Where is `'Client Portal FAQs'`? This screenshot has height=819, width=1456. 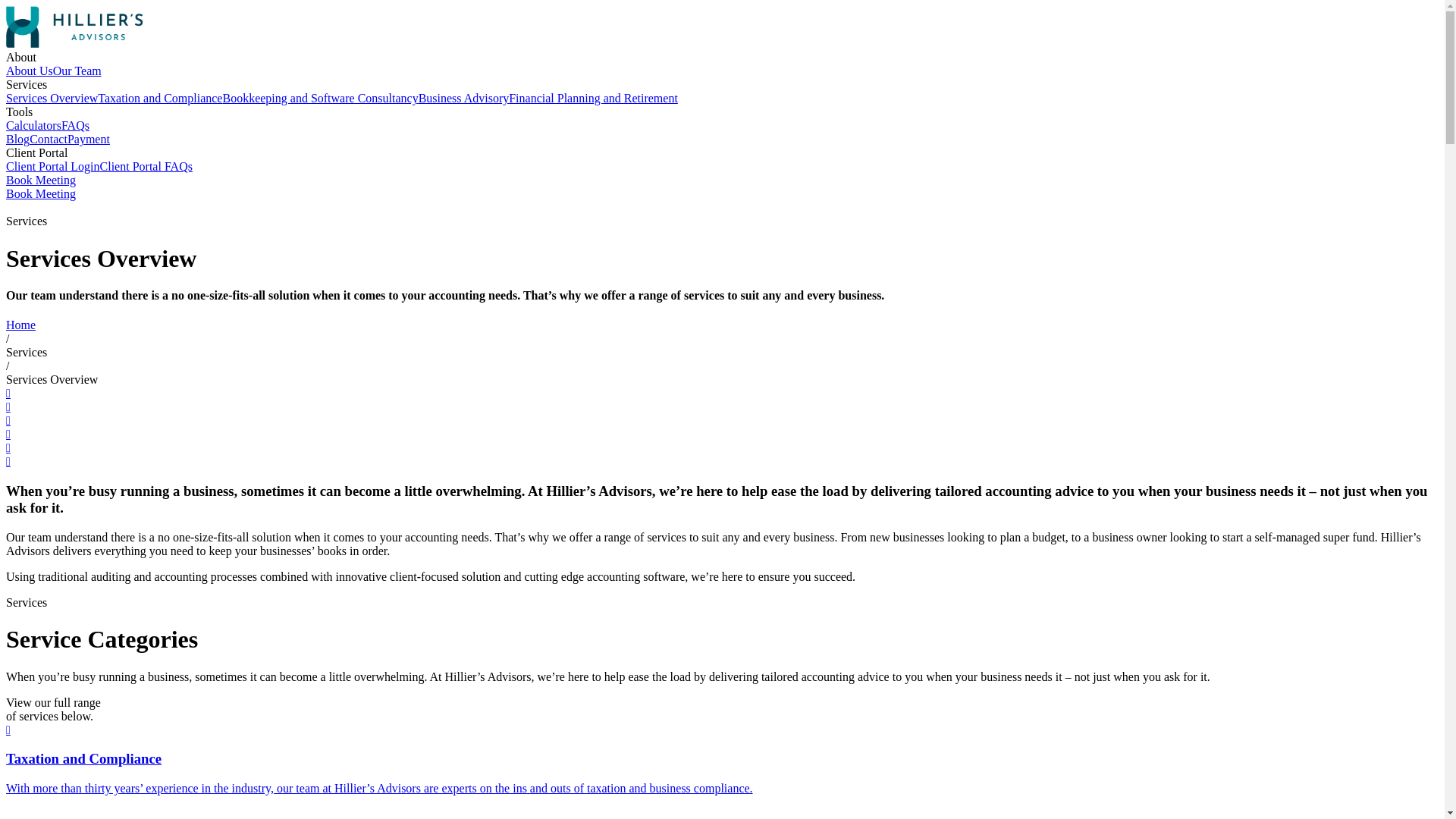
'Client Portal FAQs' is located at coordinates (146, 166).